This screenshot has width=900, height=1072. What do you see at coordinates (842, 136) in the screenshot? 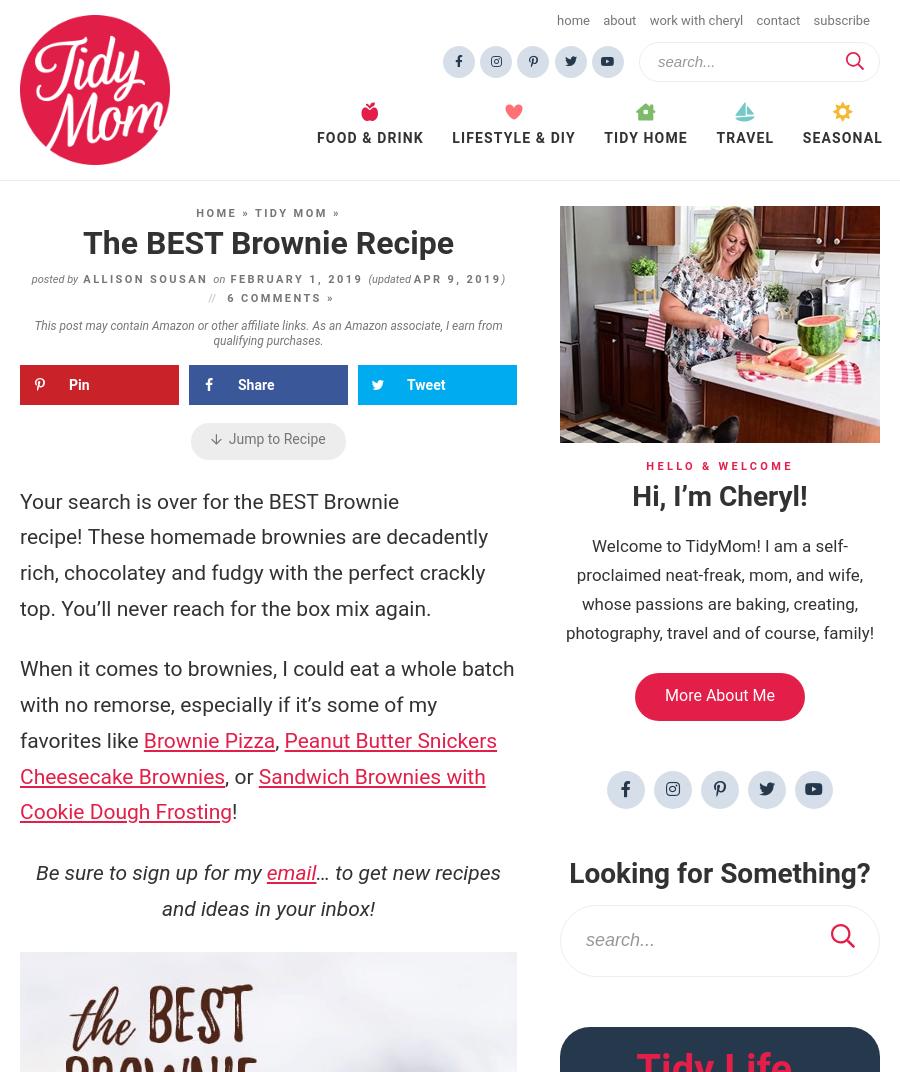
I see `'Seasonal'` at bounding box center [842, 136].